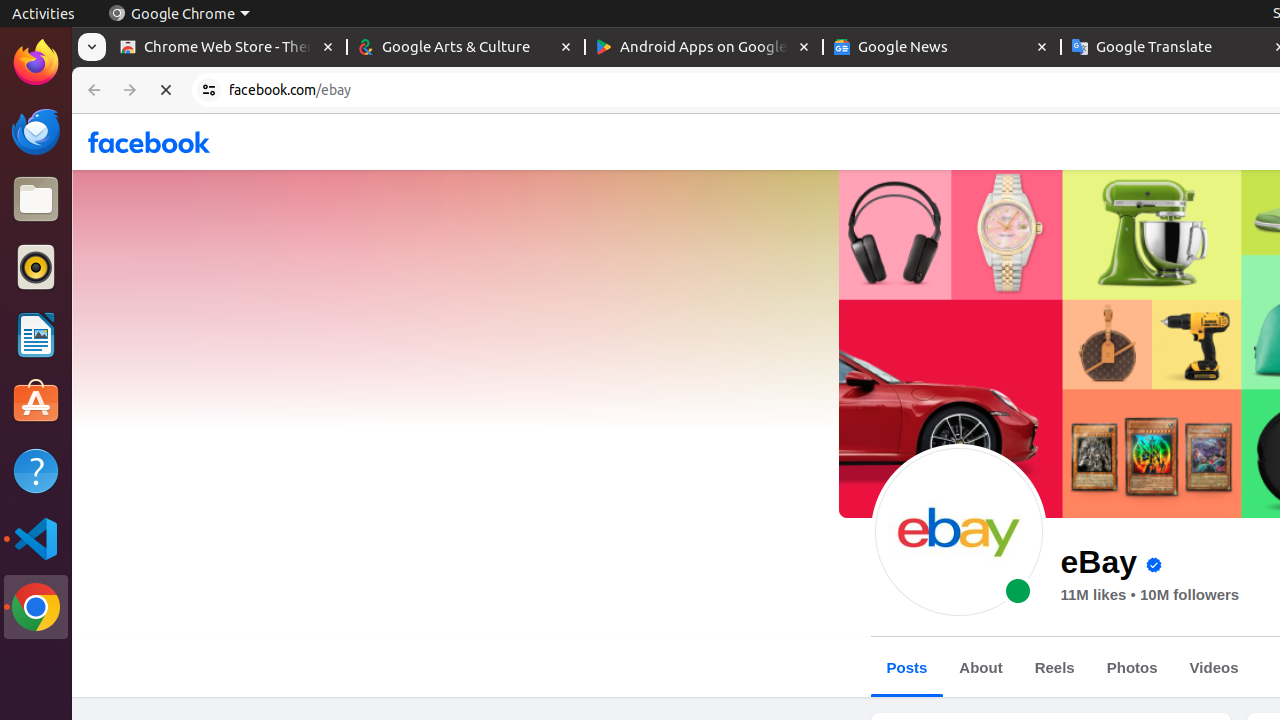 The height and width of the screenshot is (720, 1280). I want to click on 'Photos', so click(1132, 667).